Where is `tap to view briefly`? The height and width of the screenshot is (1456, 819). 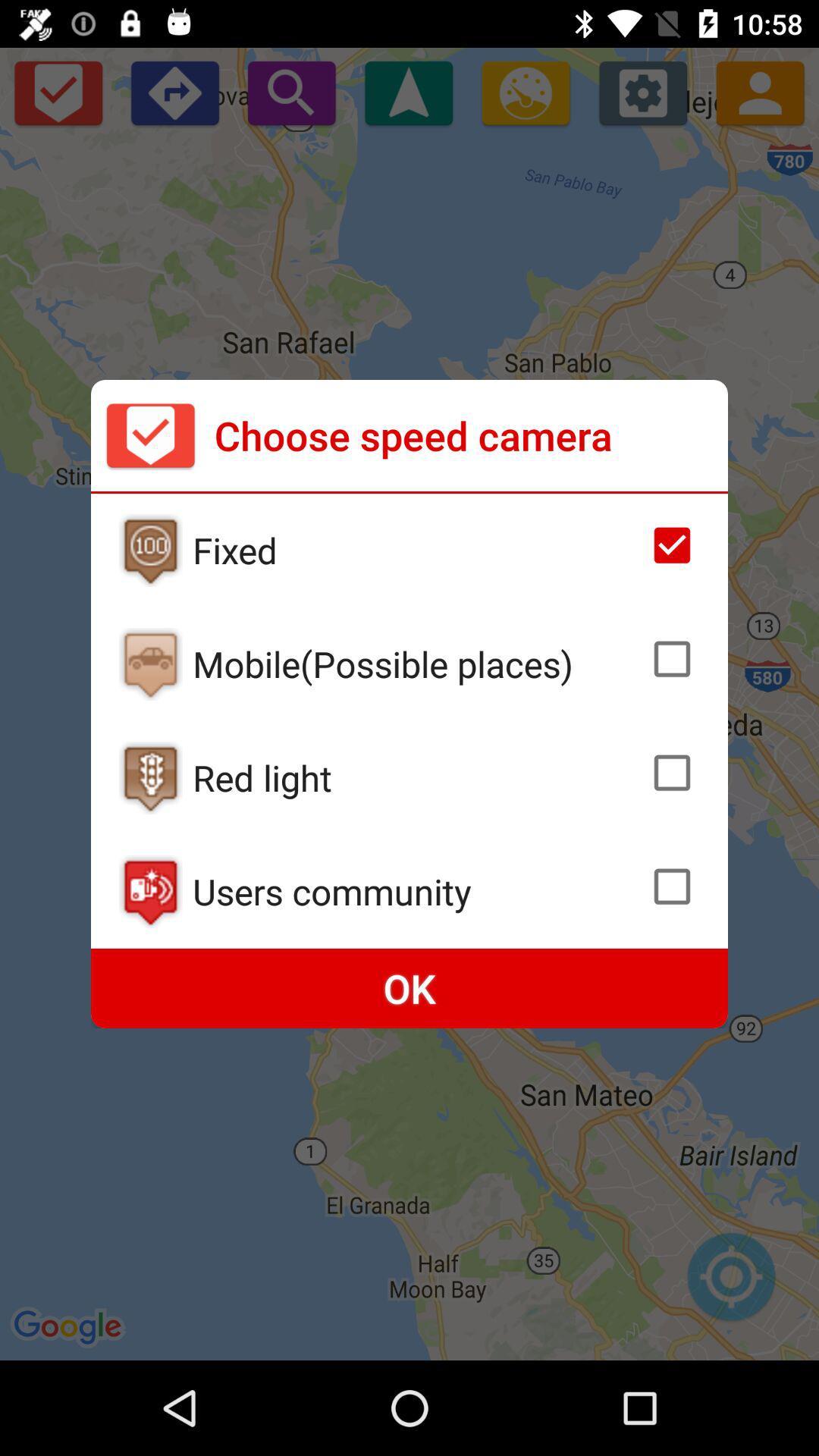
tap to view briefly is located at coordinates (150, 549).